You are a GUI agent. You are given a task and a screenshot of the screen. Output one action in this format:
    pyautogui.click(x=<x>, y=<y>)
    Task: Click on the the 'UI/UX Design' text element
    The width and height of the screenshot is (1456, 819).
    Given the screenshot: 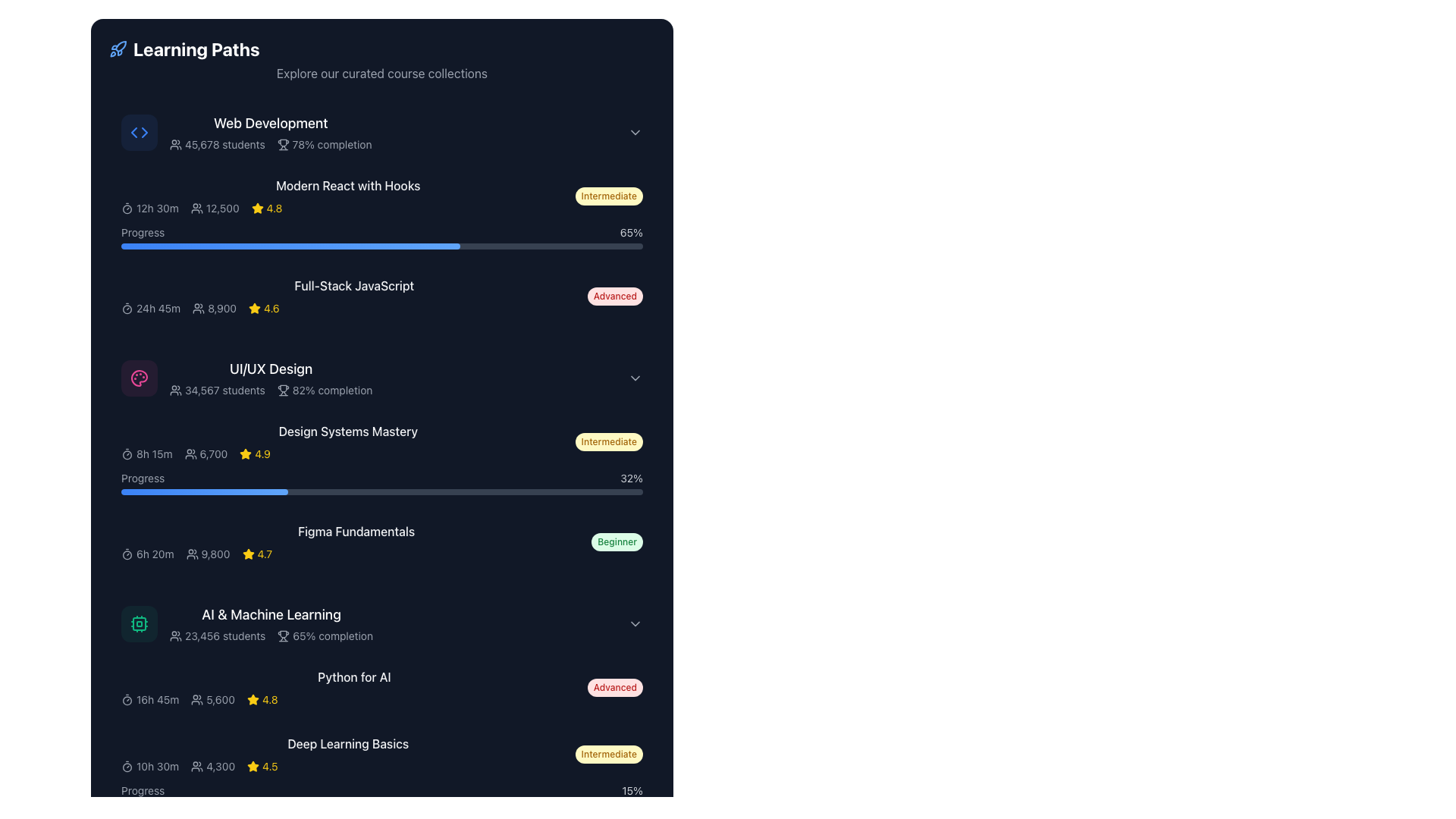 What is the action you would take?
    pyautogui.click(x=271, y=377)
    